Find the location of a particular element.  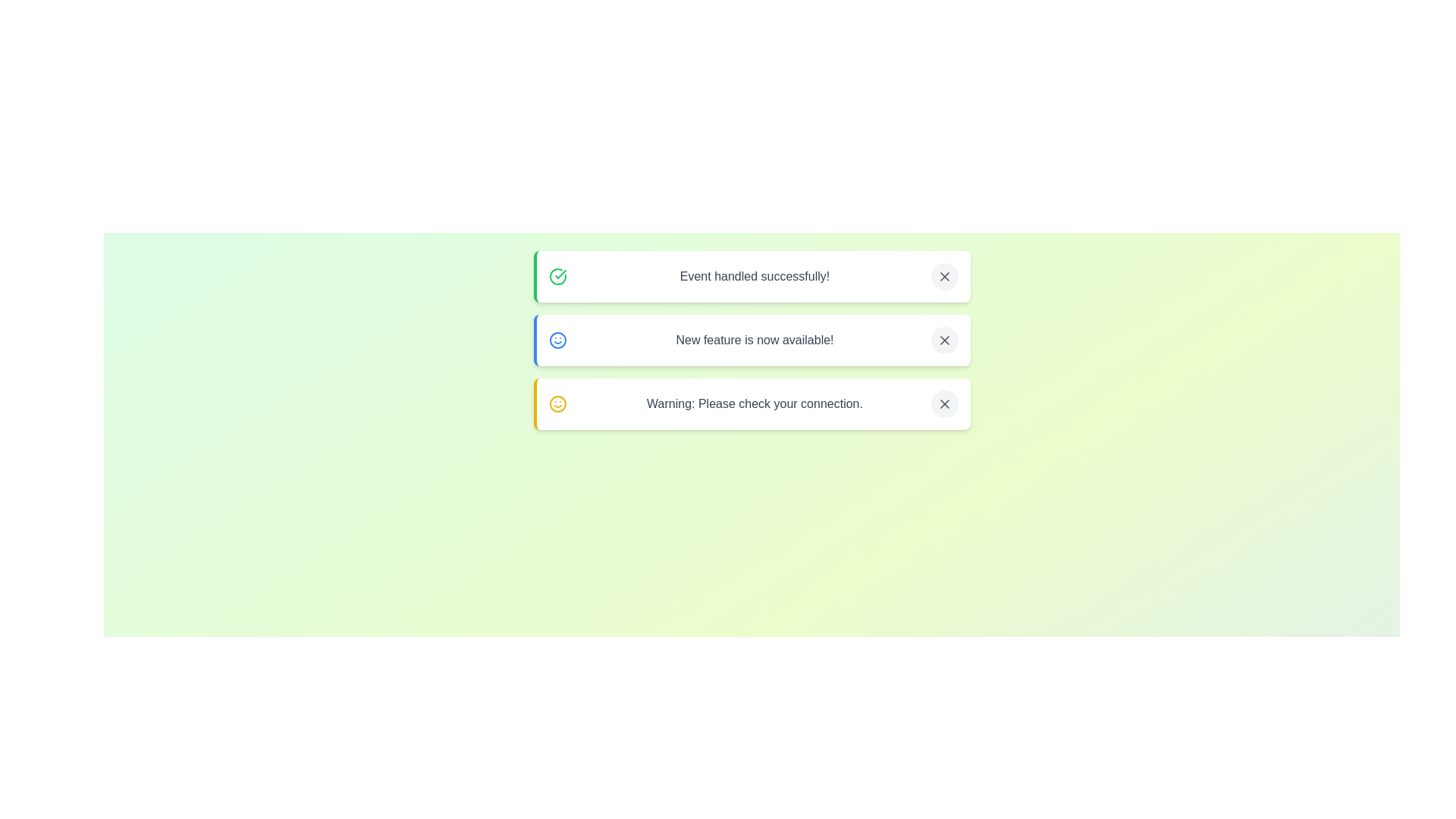

the warning icon located in the bottommost notification panel, aligned to the left side of the text 'Warning: Please check your connection.' is located at coordinates (557, 403).